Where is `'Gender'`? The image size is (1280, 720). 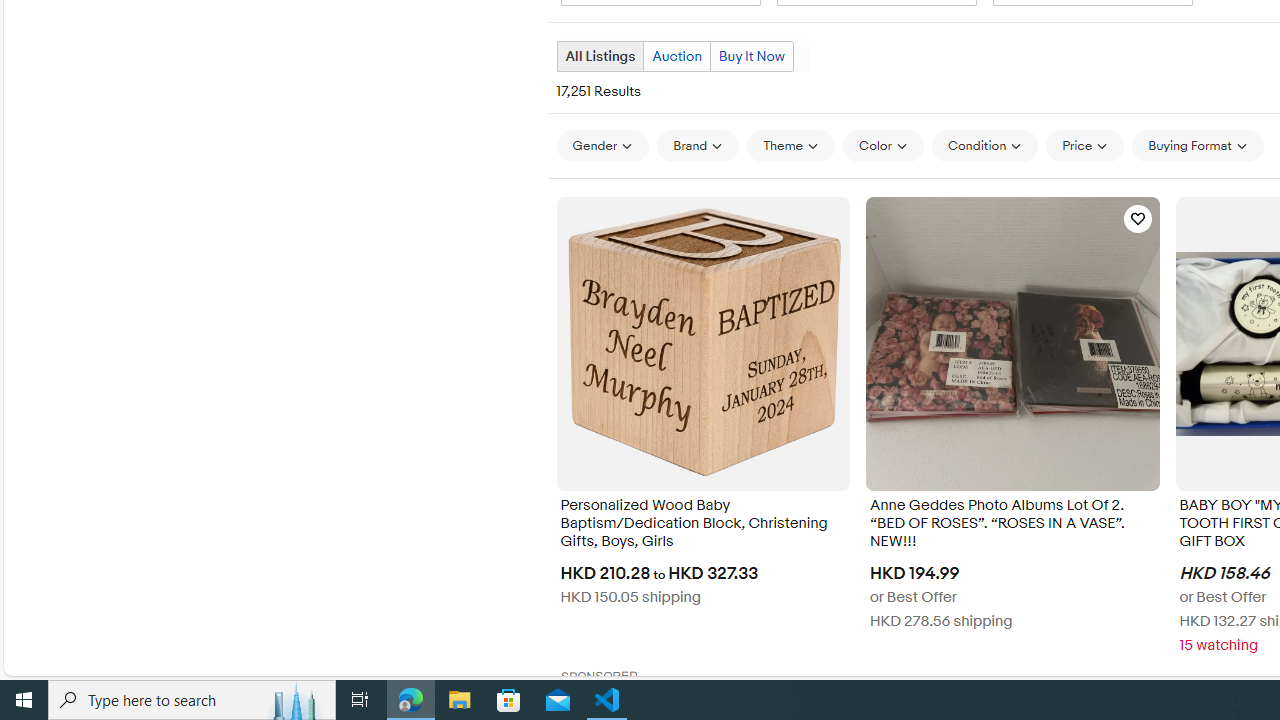 'Gender' is located at coordinates (601, 145).